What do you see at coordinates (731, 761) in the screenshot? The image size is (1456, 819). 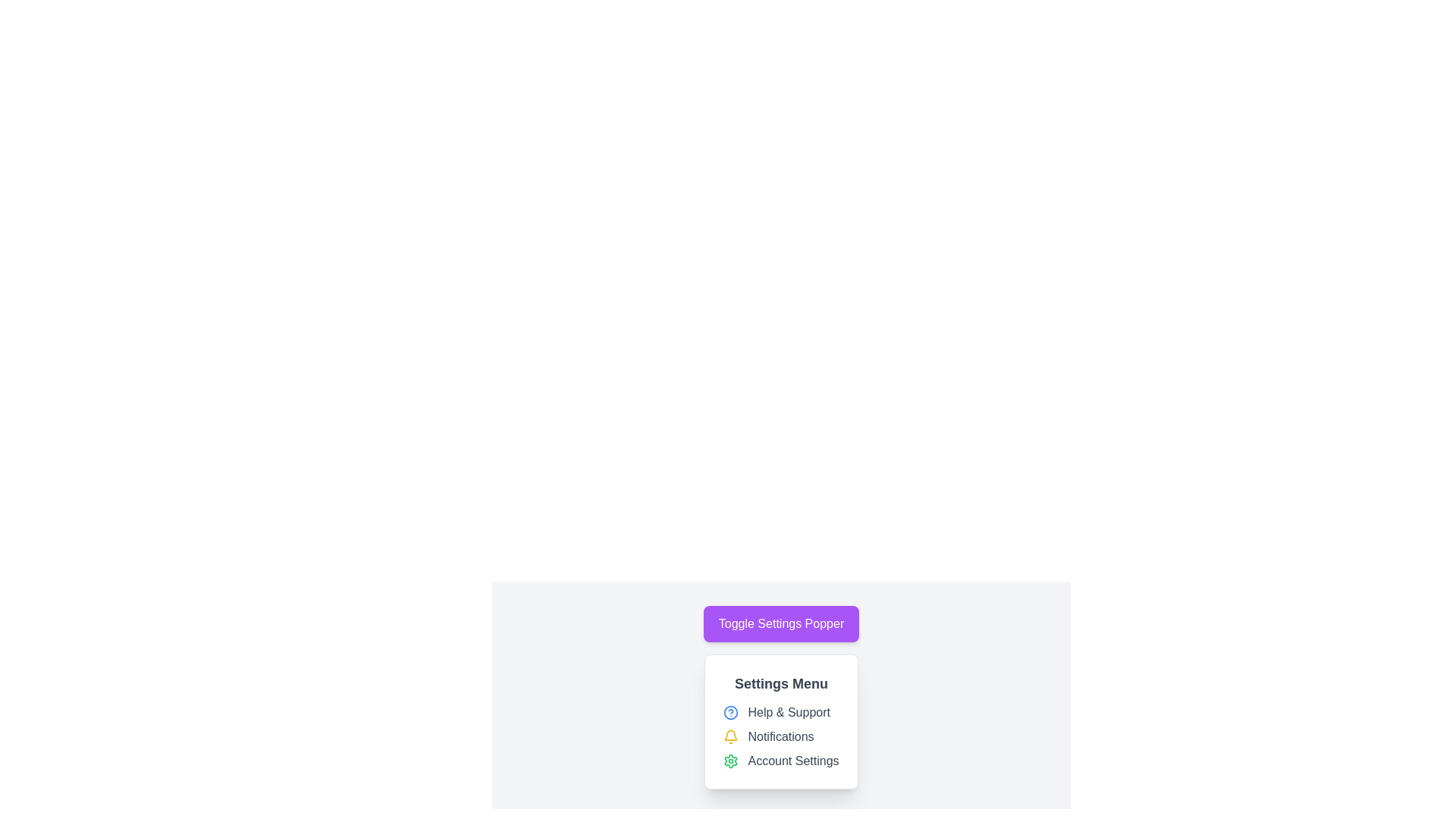 I see `the gear-shaped icon representing the settings option in the 'Settings Menu' popup interface` at bounding box center [731, 761].